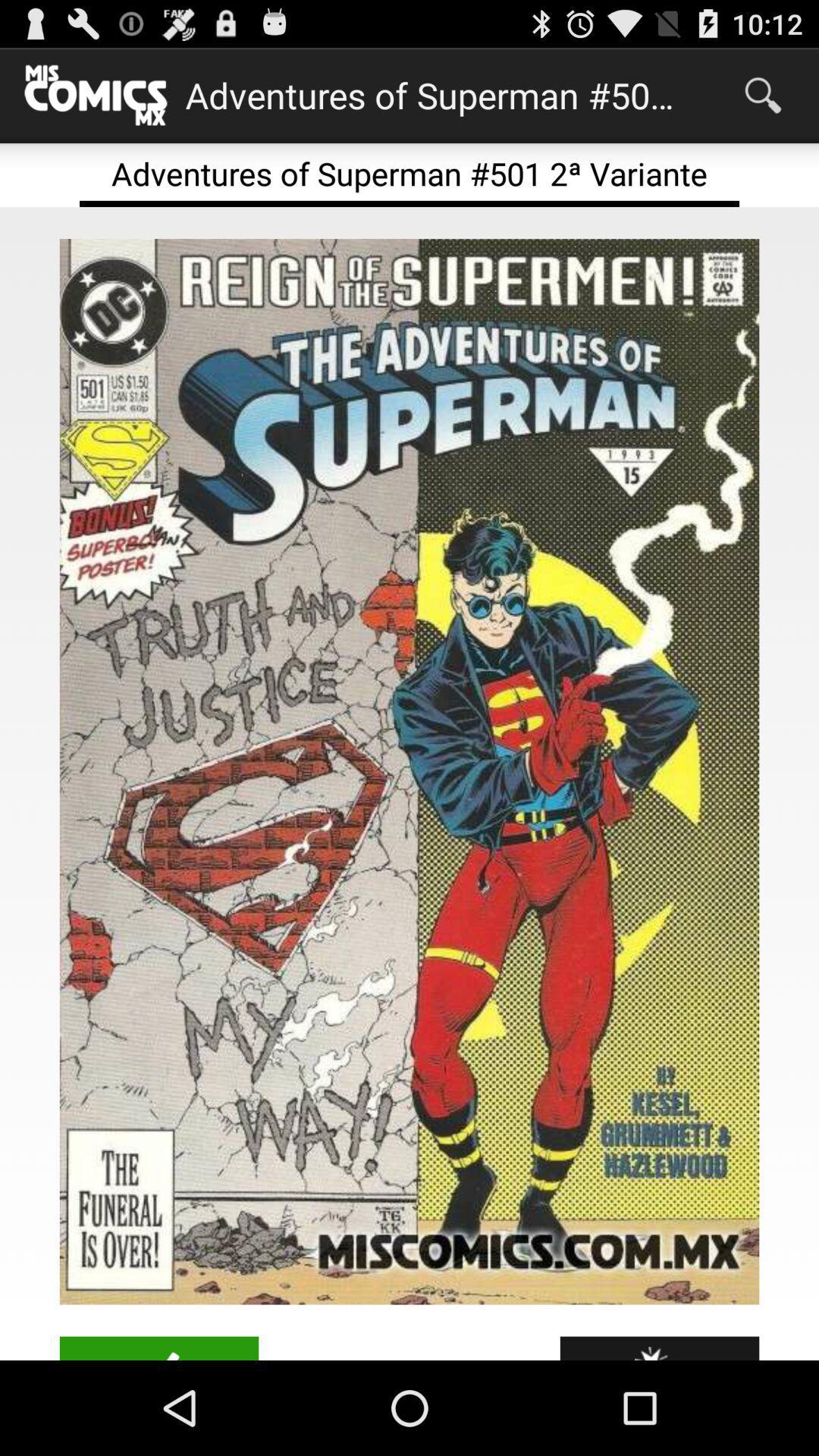 This screenshot has width=819, height=1456. What do you see at coordinates (409, 771) in the screenshot?
I see `display screen` at bounding box center [409, 771].